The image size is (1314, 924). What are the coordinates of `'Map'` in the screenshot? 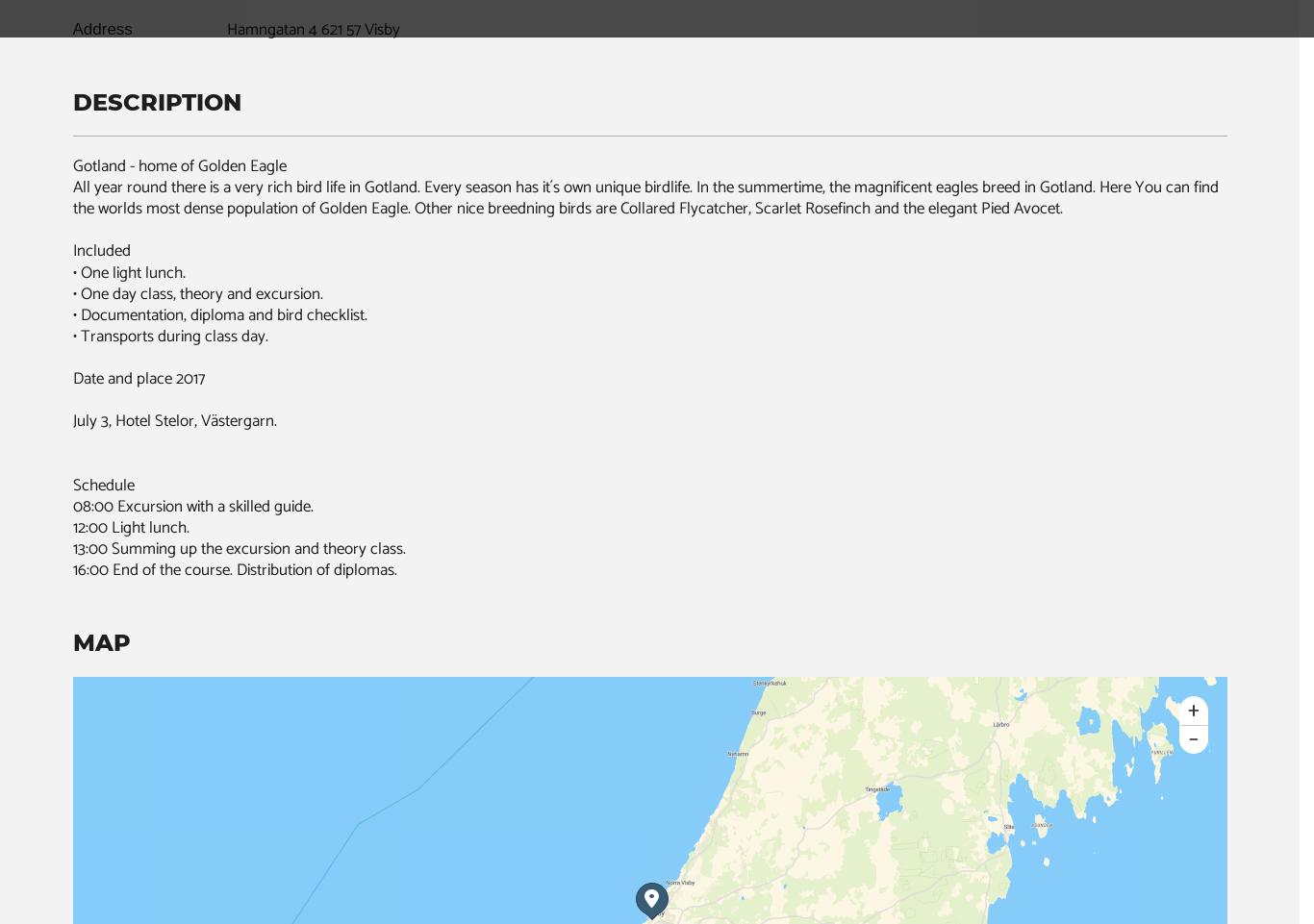 It's located at (101, 640).